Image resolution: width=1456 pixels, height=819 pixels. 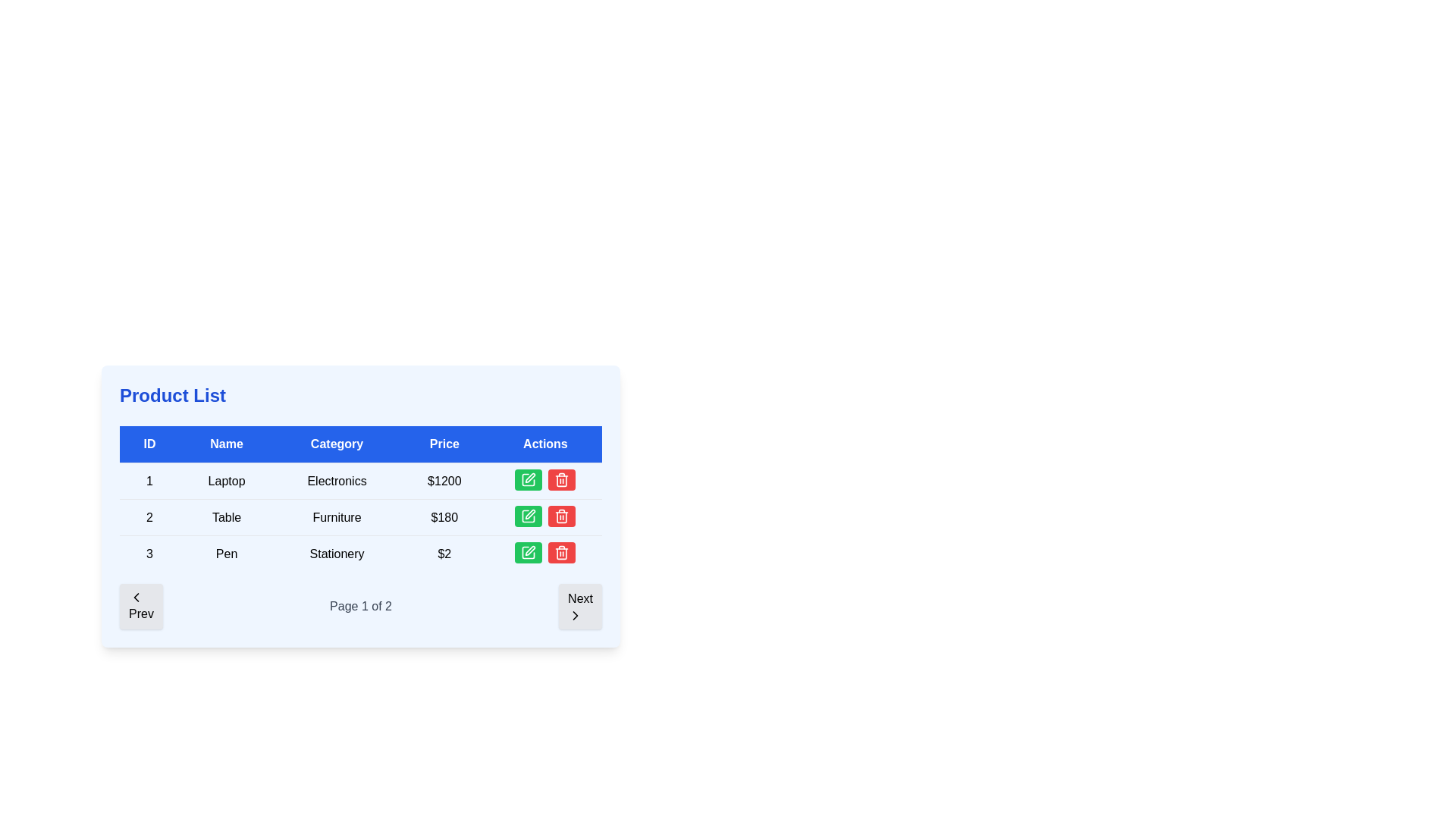 What do you see at coordinates (530, 478) in the screenshot?
I see `the 'edit' button with an icon in the 'Actions' column of the row for the 'Laptop' product` at bounding box center [530, 478].